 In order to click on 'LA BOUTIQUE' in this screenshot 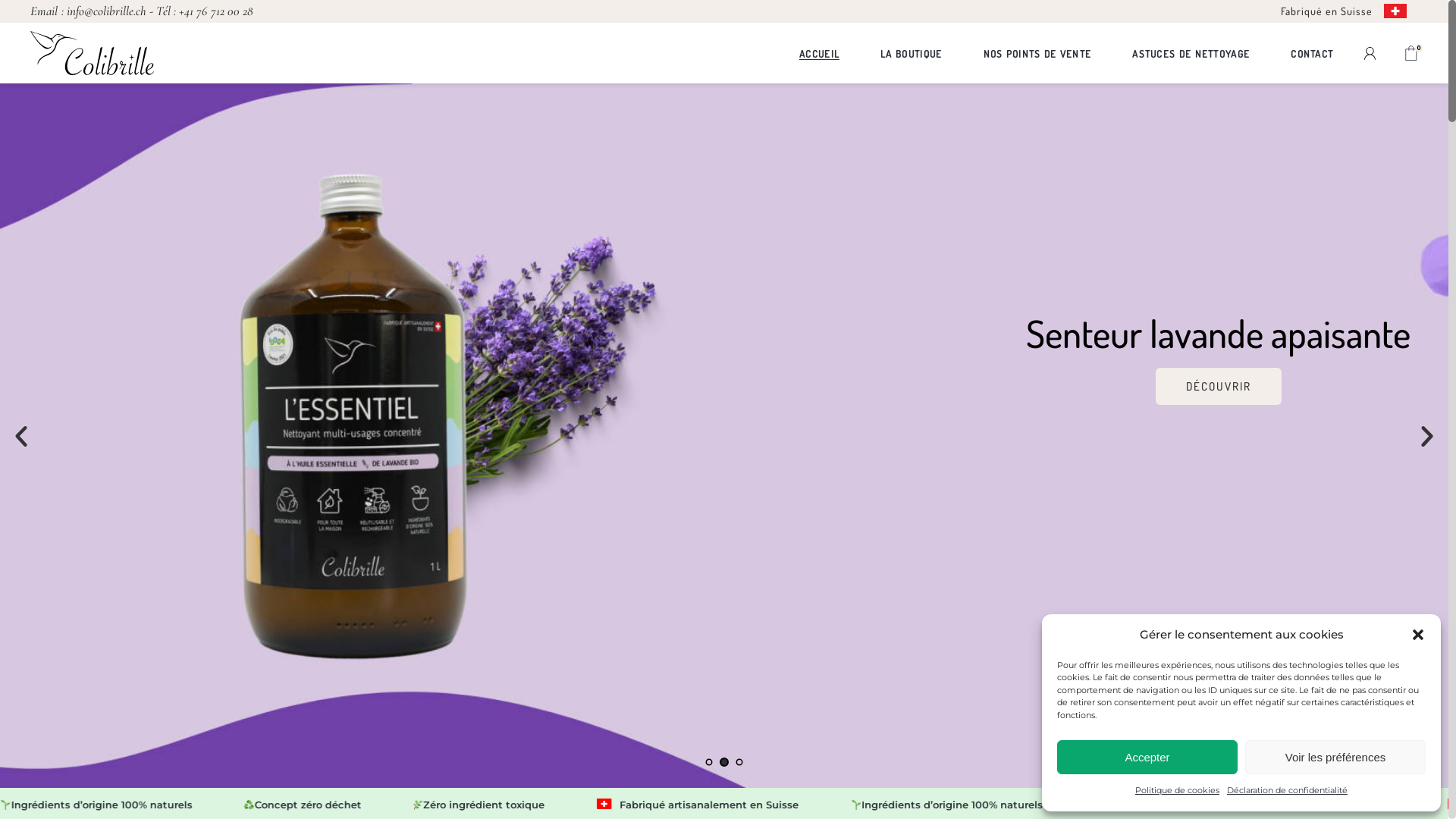, I will do `click(880, 52)`.